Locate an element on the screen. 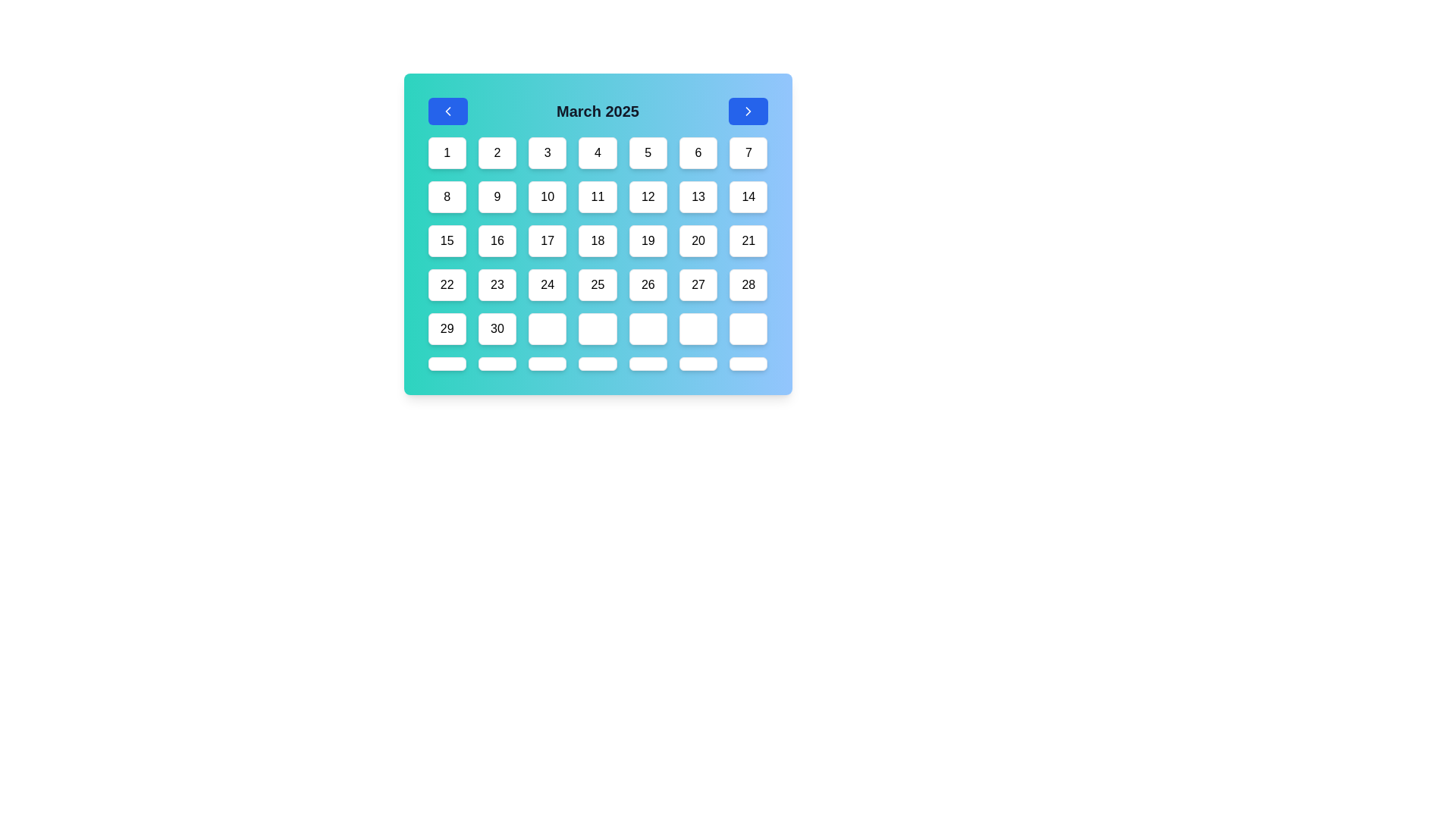 This screenshot has height=819, width=1456. the navigation button located to the far right of the title text 'March 2025' in the calendar header is located at coordinates (748, 110).